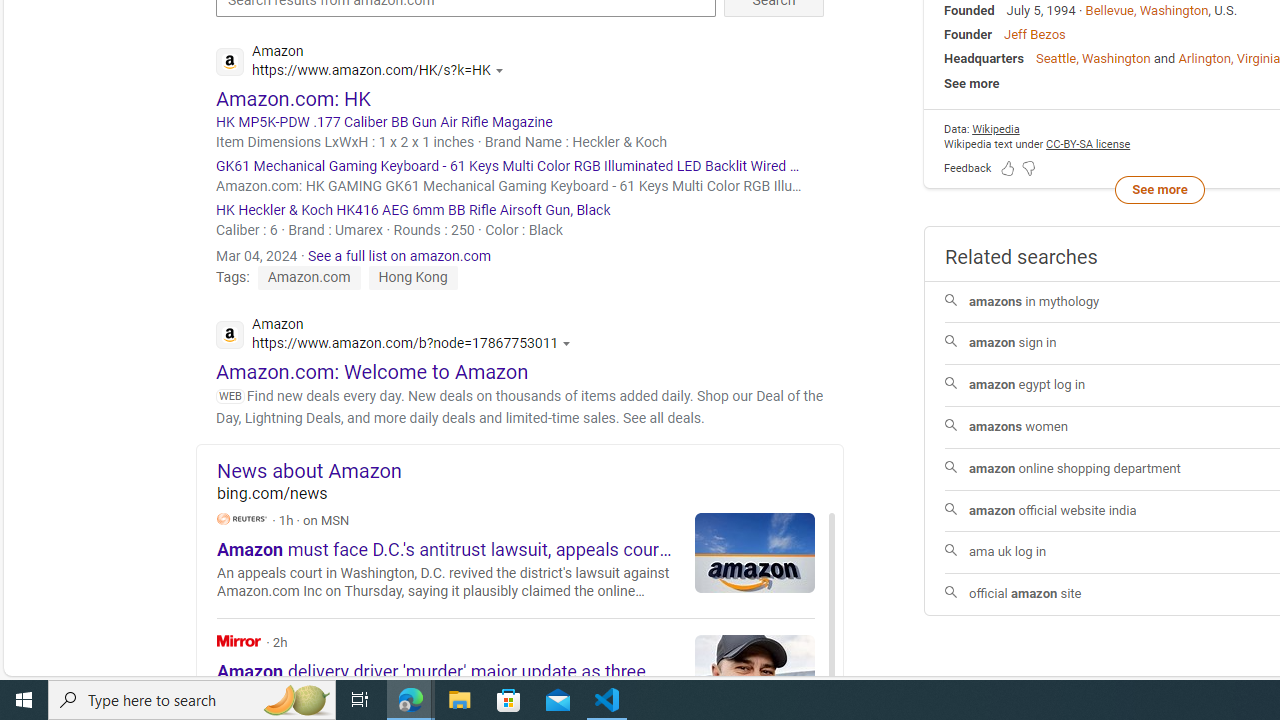 The image size is (1280, 720). I want to click on 'Seattle, Washington', so click(1092, 57).